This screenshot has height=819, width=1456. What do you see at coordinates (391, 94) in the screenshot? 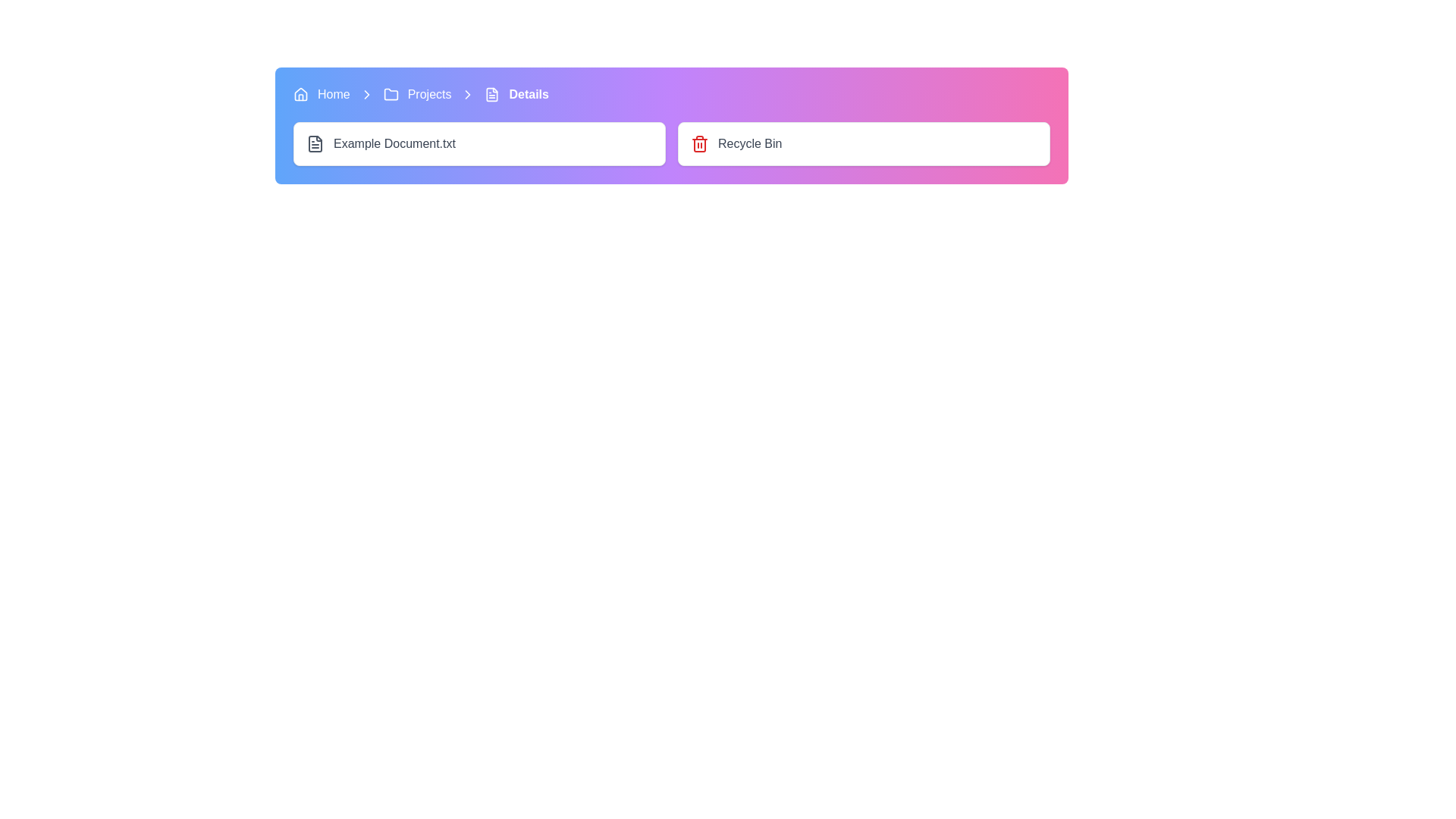
I see `the blue folder-shaped icon located in the navigation bar, positioned between the 'Home' and 'Projects' icons` at bounding box center [391, 94].